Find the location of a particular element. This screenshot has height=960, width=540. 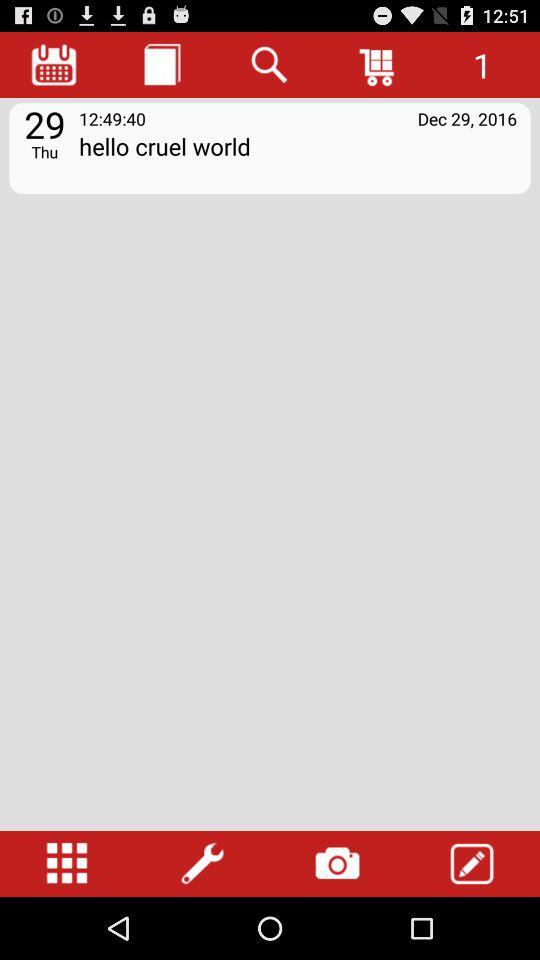

new note is located at coordinates (161, 64).